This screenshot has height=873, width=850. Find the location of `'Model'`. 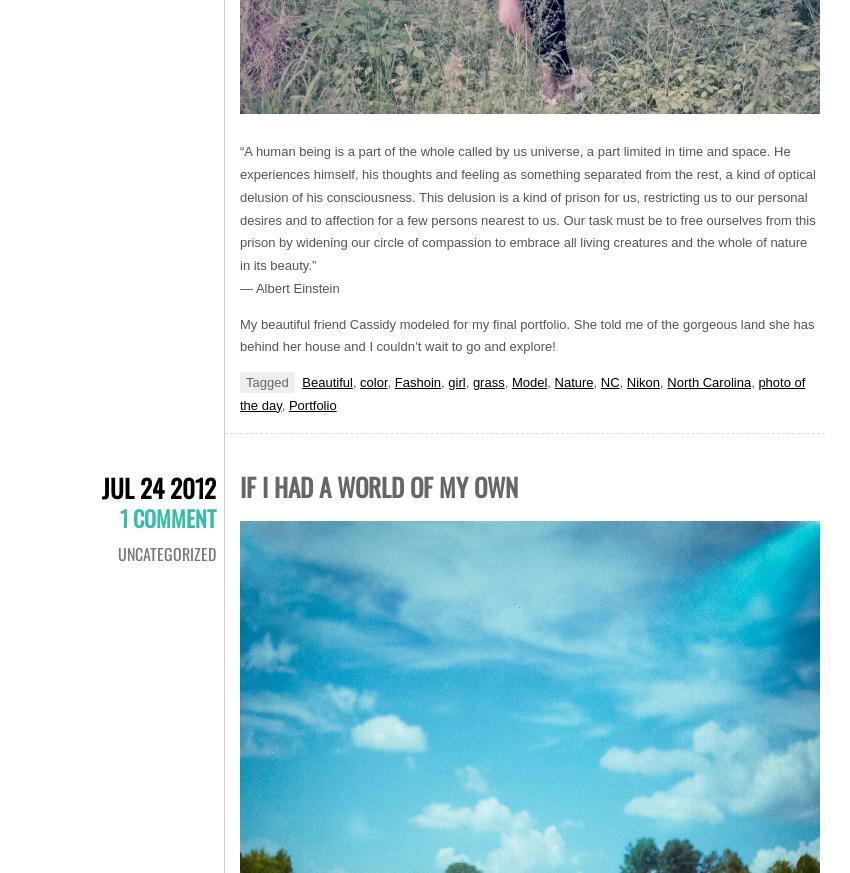

'Model' is located at coordinates (528, 381).